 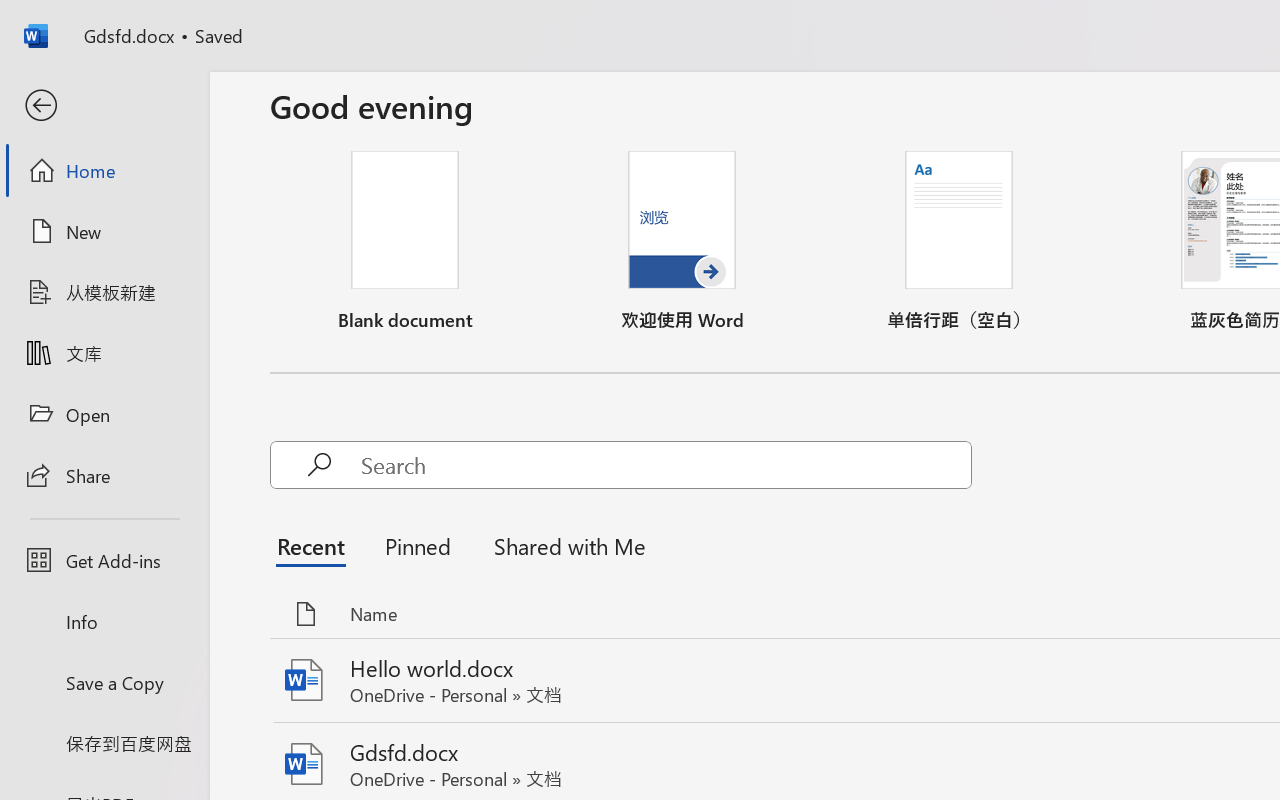 I want to click on 'Pinned', so click(x=416, y=546).